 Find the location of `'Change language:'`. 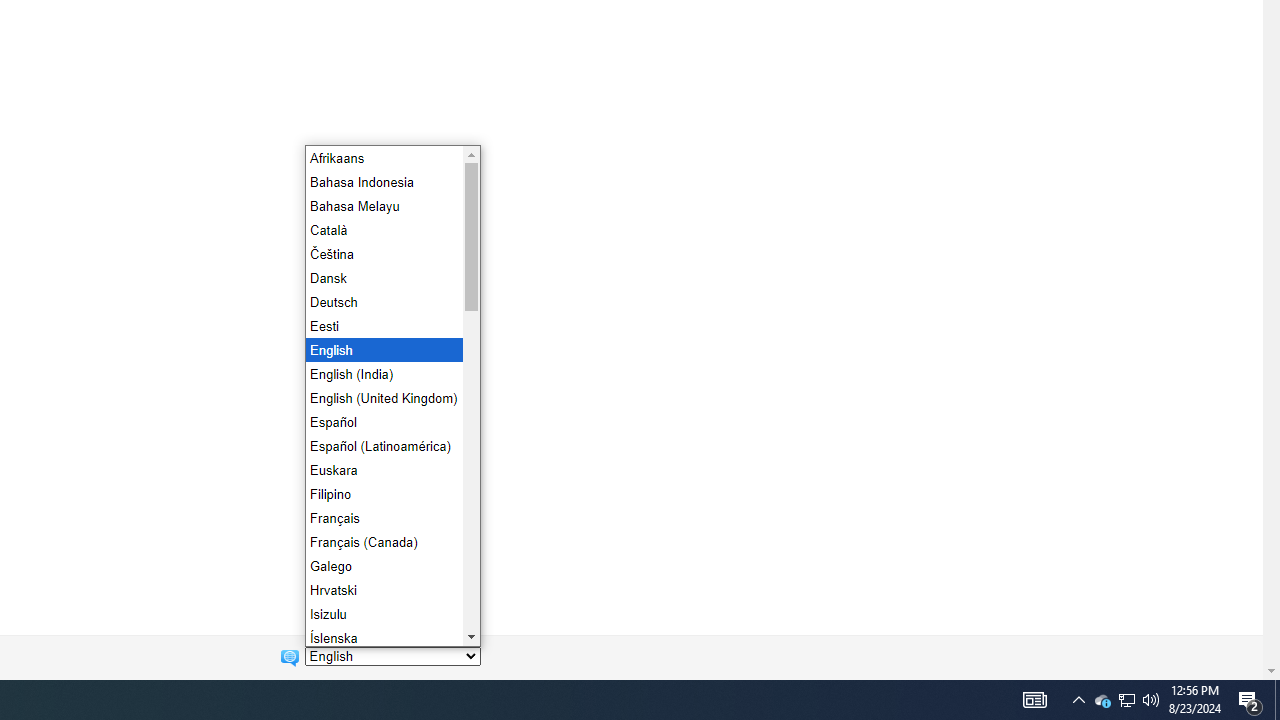

'Change language:' is located at coordinates (392, 656).